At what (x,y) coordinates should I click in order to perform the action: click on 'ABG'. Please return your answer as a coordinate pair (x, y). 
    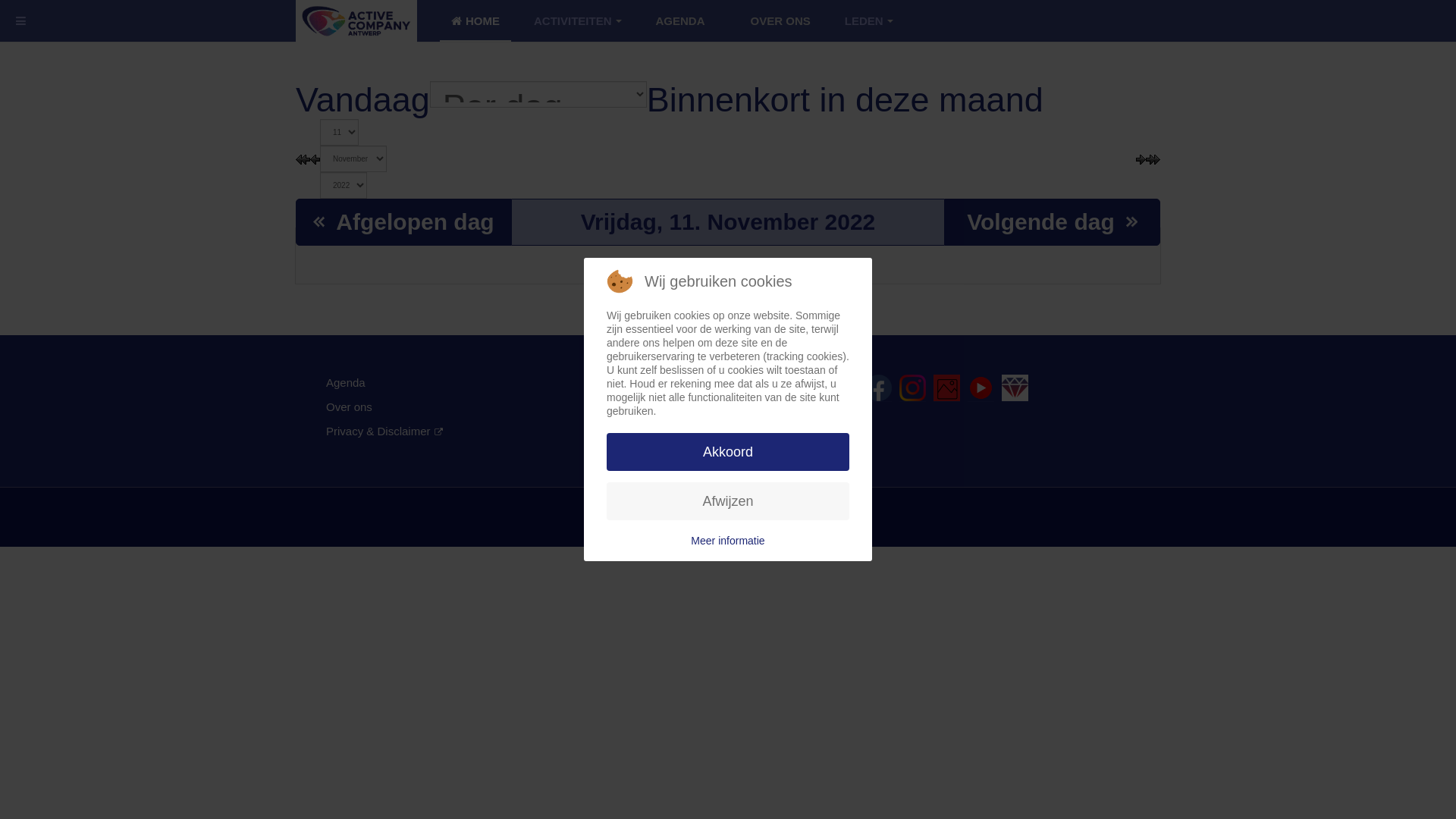
    Looking at the image, I should click on (1015, 387).